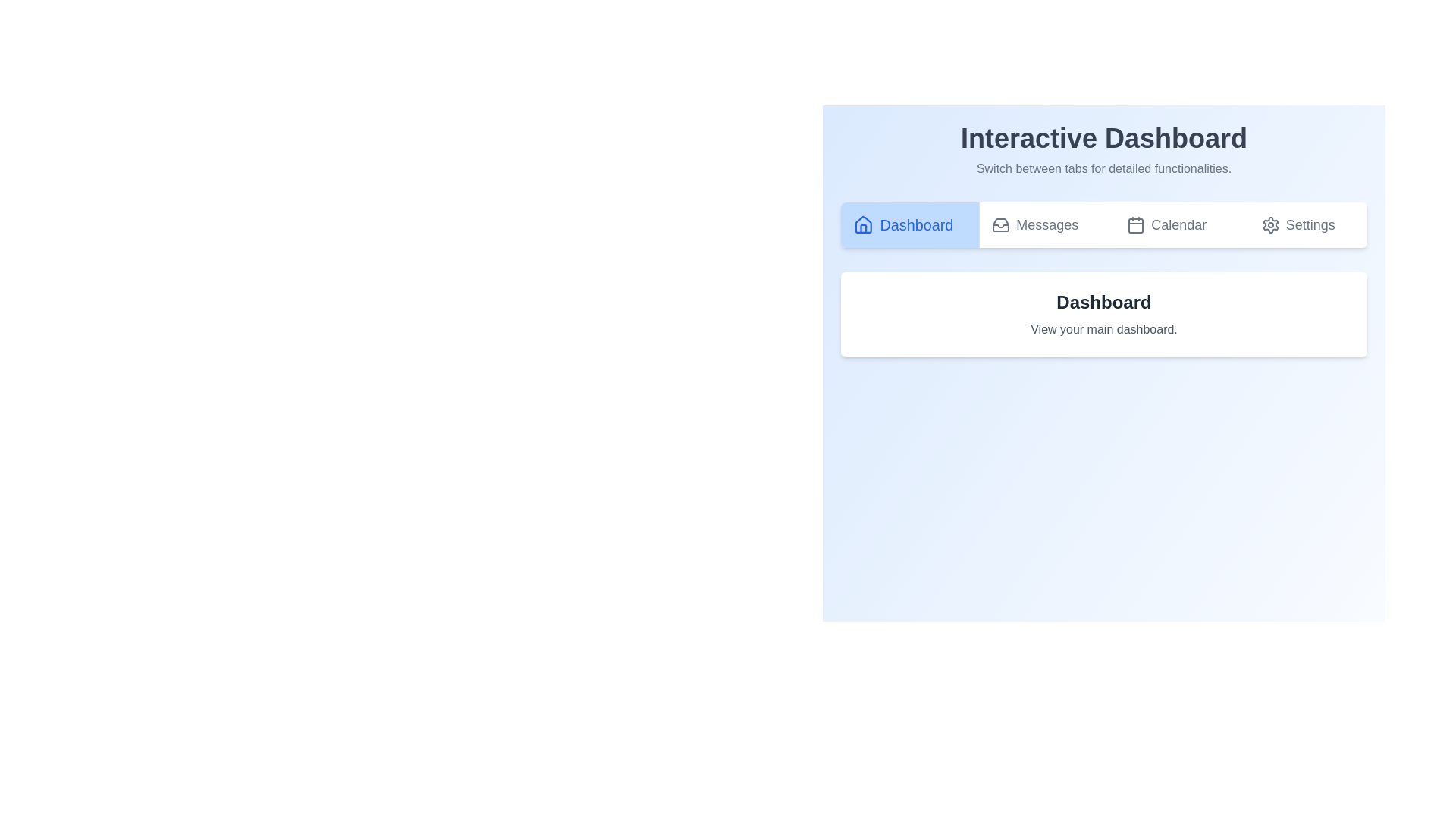 This screenshot has width=1456, height=819. What do you see at coordinates (1046, 225) in the screenshot?
I see `the 'Messages' label in the top navigation bar, located between the 'Calendar' tab and the 'Dashboard' tab` at bounding box center [1046, 225].